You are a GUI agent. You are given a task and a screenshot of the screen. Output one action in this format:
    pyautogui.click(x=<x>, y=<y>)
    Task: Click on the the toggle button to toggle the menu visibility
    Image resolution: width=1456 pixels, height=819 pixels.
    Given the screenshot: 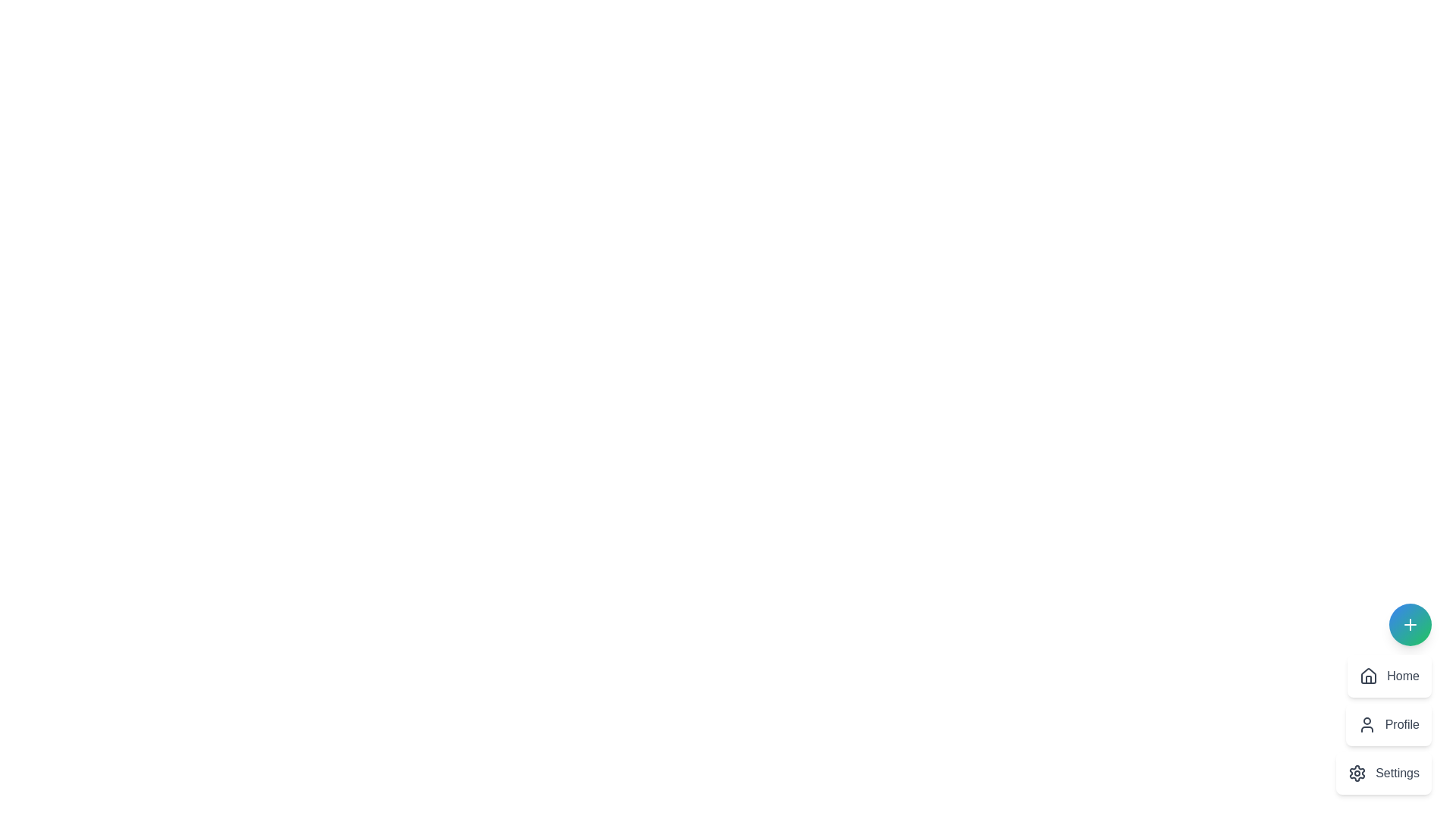 What is the action you would take?
    pyautogui.click(x=1410, y=625)
    